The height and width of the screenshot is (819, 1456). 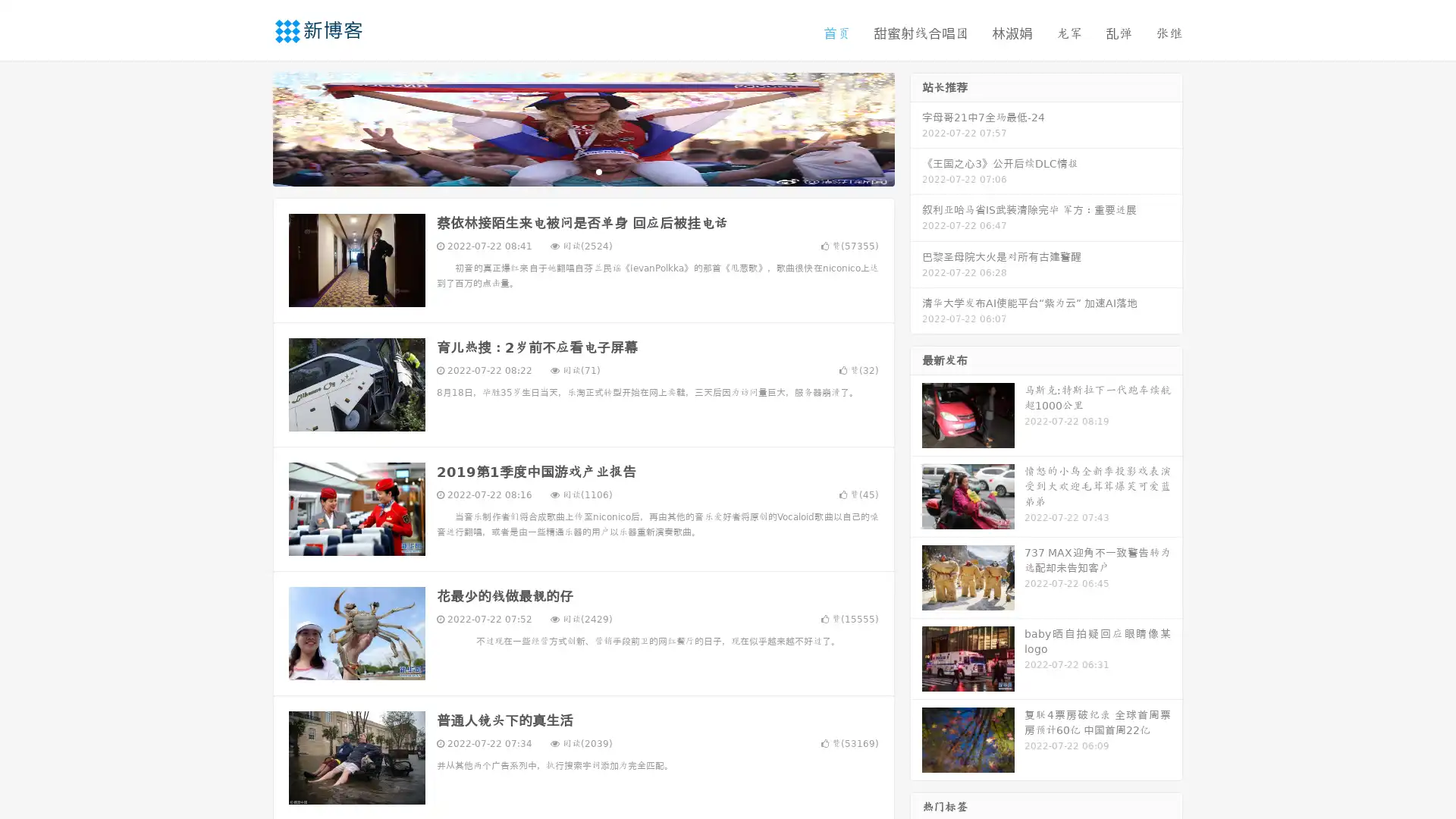 I want to click on Next slide, so click(x=916, y=127).